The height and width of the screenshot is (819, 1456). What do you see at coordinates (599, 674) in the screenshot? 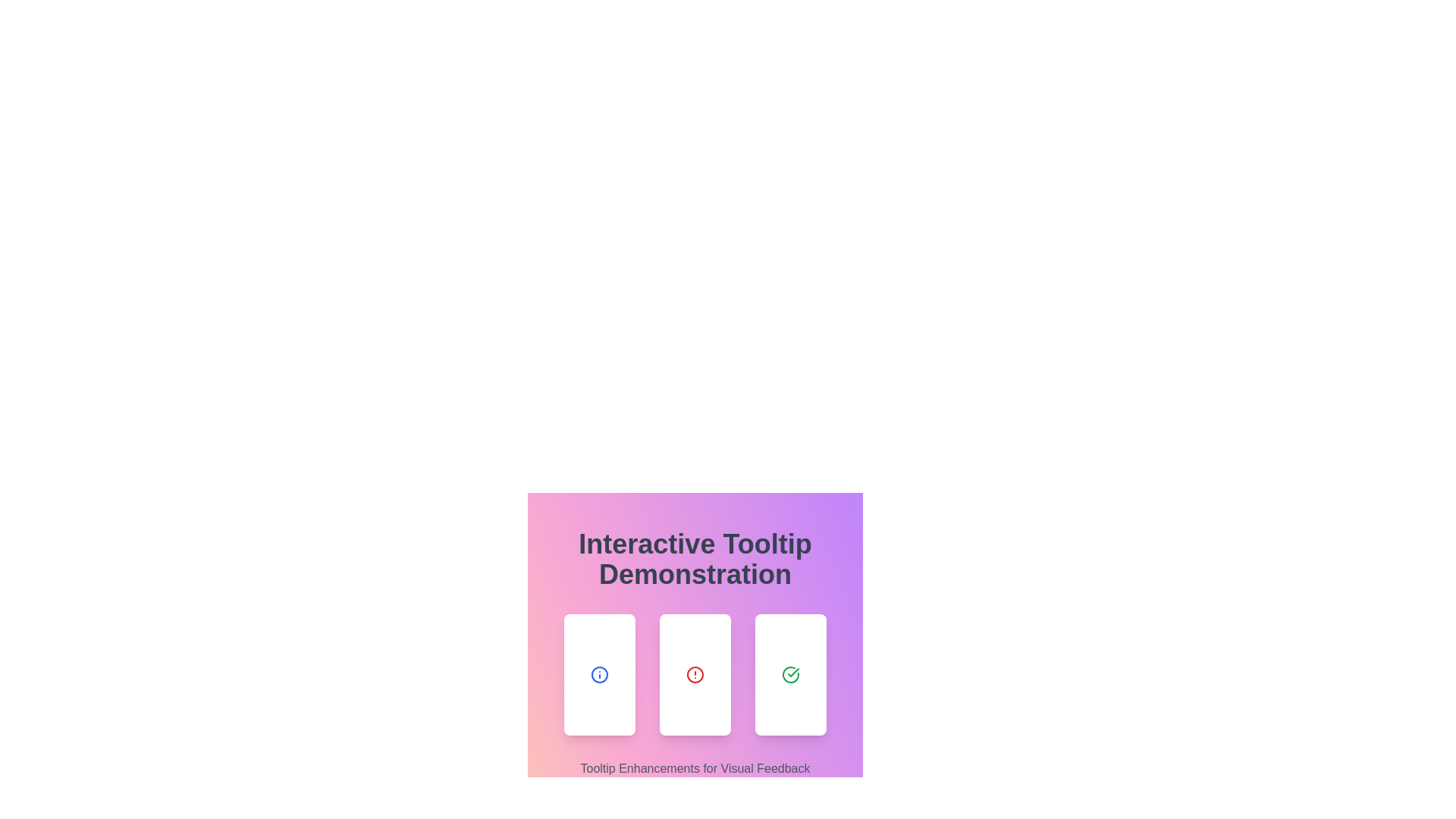
I see `the leftmost informational card in a group of three horizontally arranged cards` at bounding box center [599, 674].